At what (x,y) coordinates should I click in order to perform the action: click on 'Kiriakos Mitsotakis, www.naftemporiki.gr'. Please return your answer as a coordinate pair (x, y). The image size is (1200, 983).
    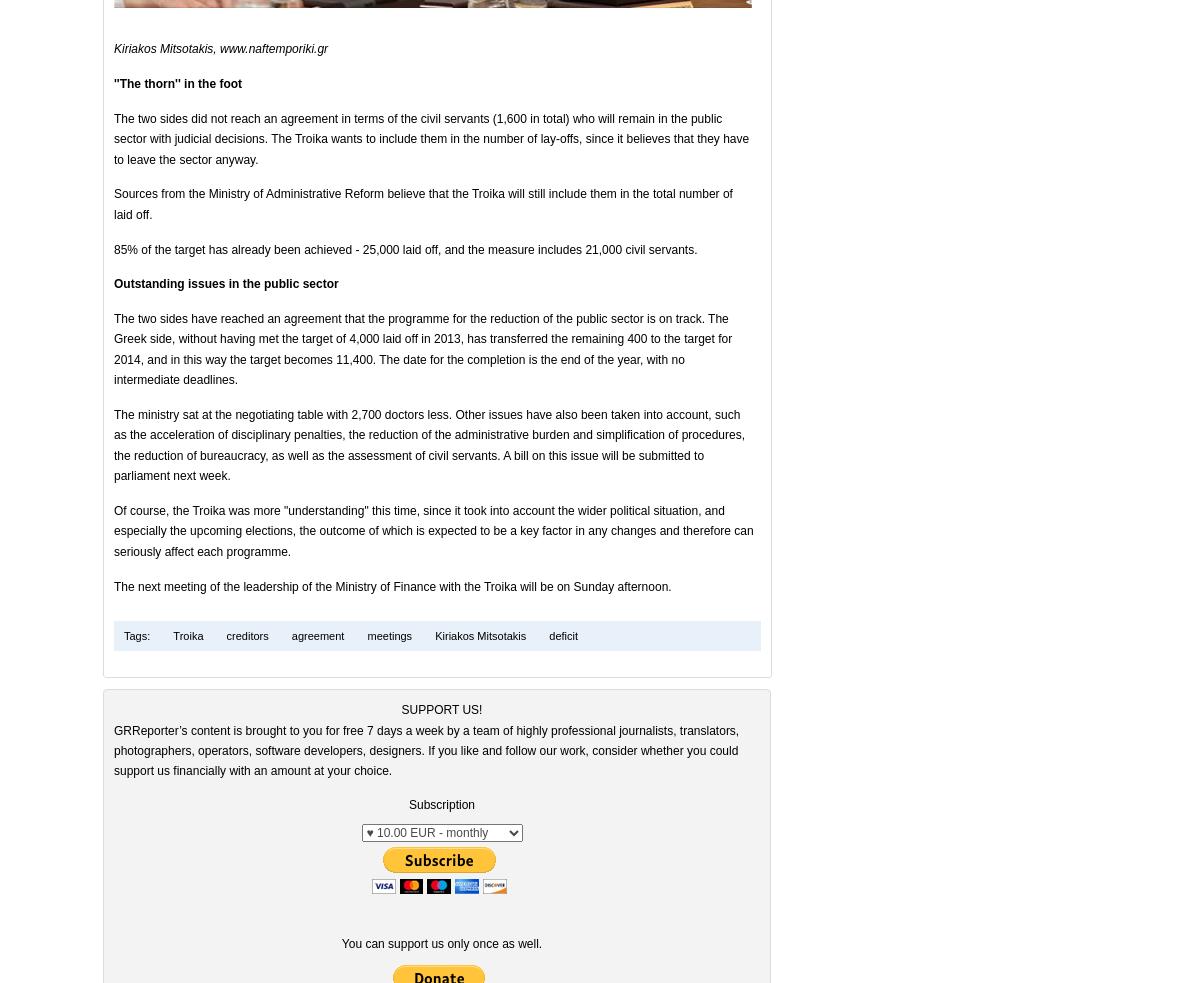
    Looking at the image, I should click on (220, 47).